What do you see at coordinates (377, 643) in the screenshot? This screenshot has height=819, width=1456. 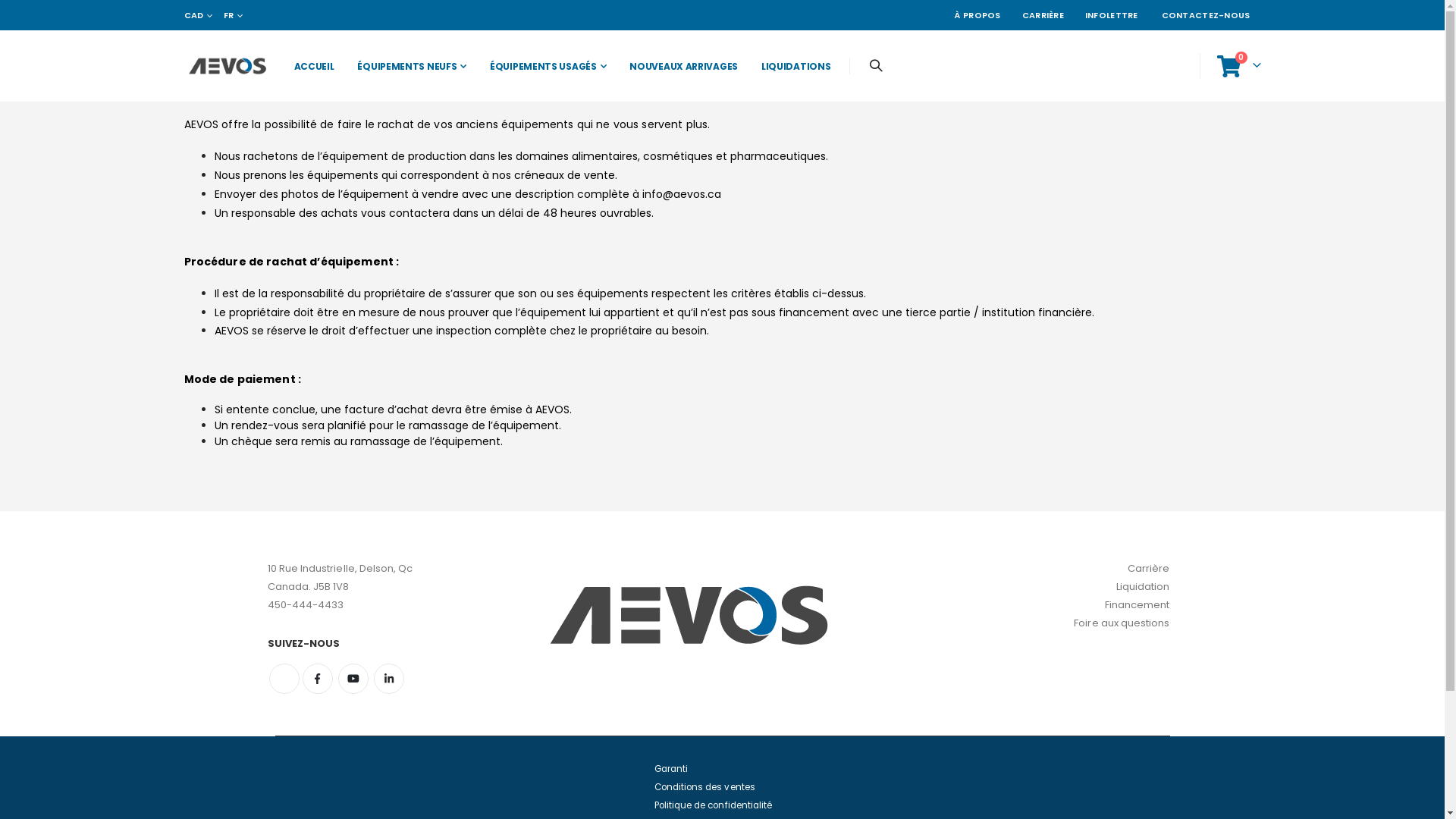 I see `'SUIVEZ-NOUS'` at bounding box center [377, 643].